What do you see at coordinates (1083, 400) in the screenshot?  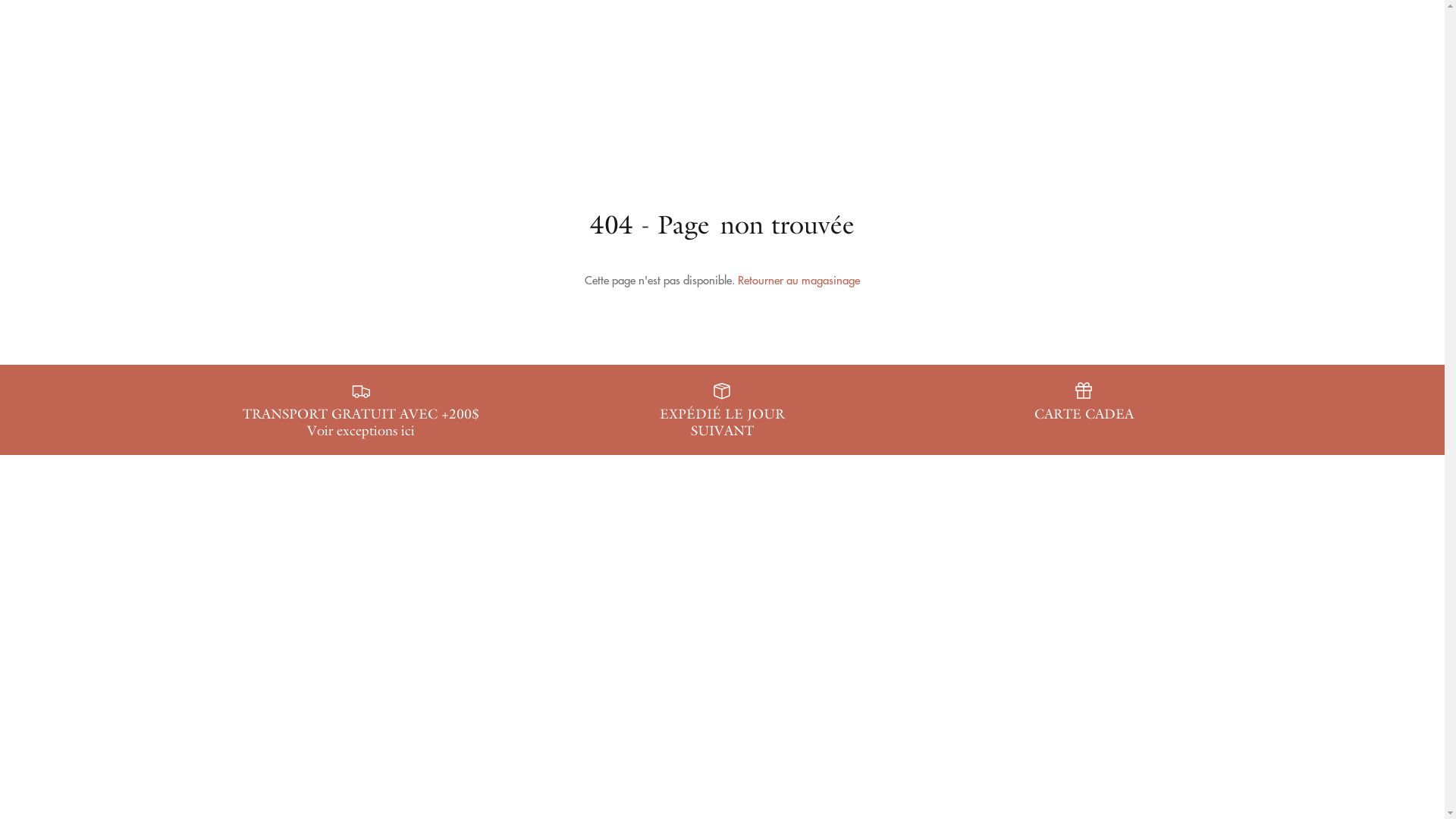 I see `'CARTE CADEA'` at bounding box center [1083, 400].